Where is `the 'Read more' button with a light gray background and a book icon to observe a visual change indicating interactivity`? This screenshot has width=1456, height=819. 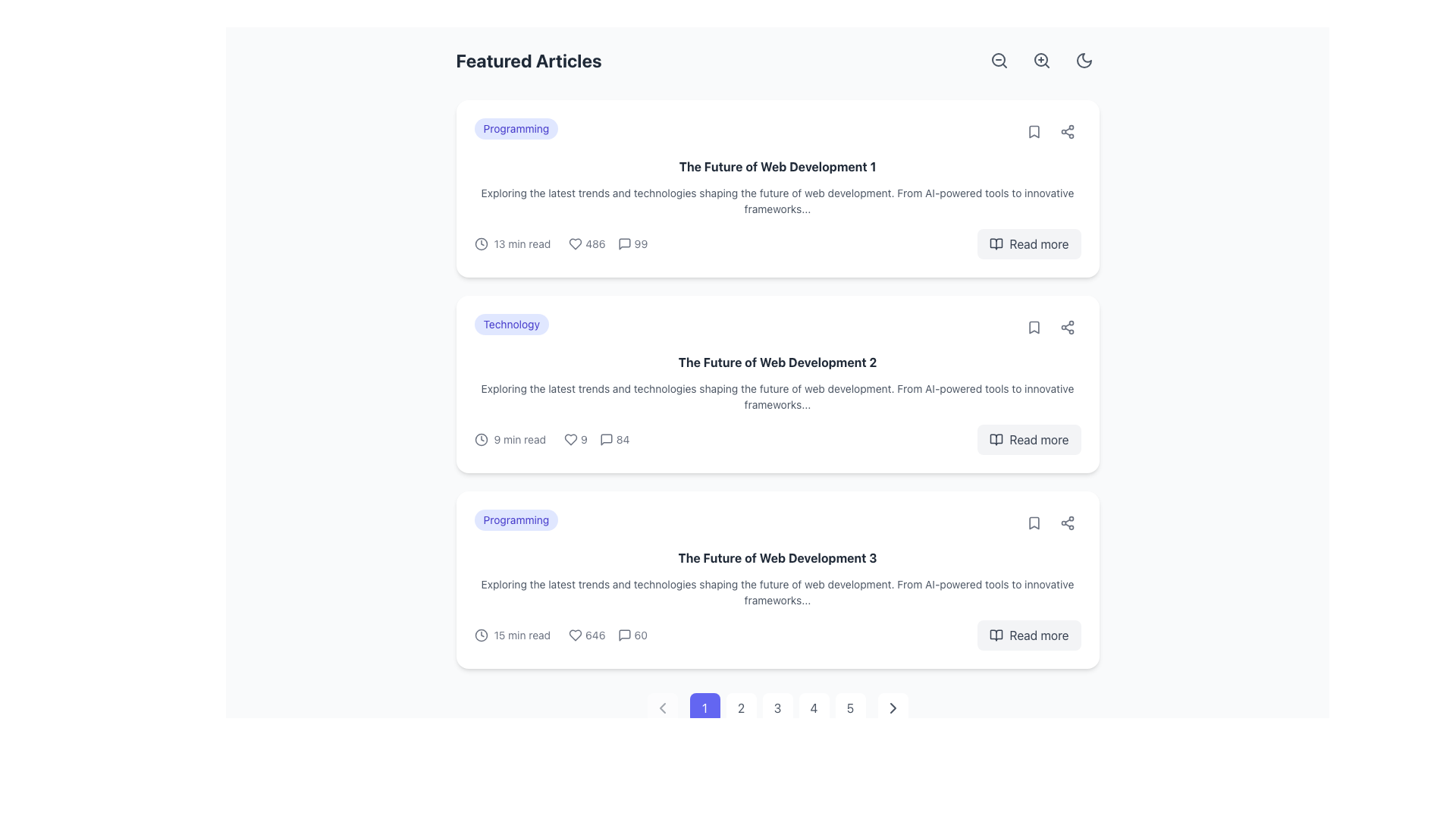 the 'Read more' button with a light gray background and a book icon to observe a visual change indicating interactivity is located at coordinates (1029, 439).